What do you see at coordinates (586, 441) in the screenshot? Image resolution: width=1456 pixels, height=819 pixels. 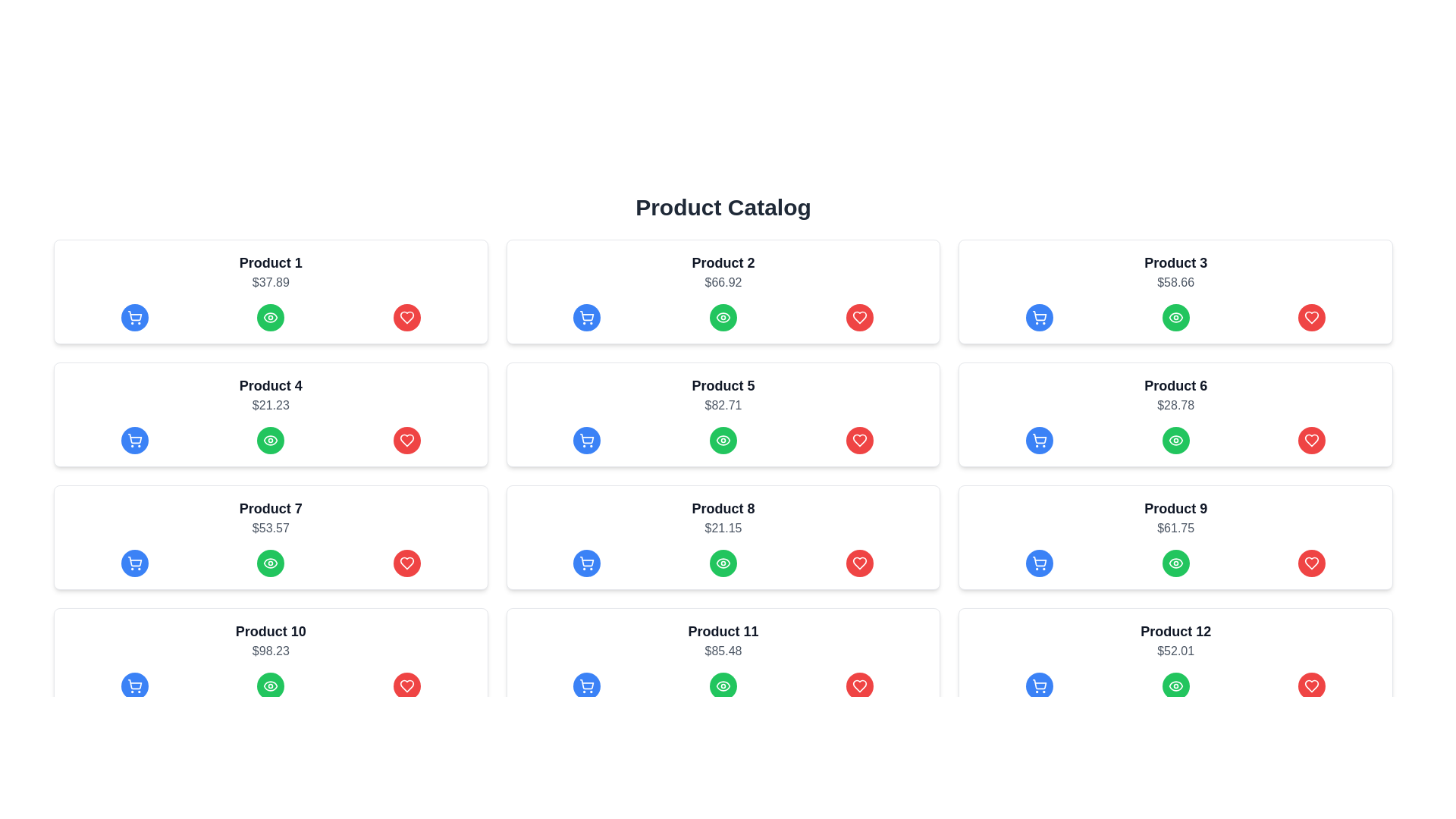 I see `the shopping cart icon button in the blue circular button` at bounding box center [586, 441].